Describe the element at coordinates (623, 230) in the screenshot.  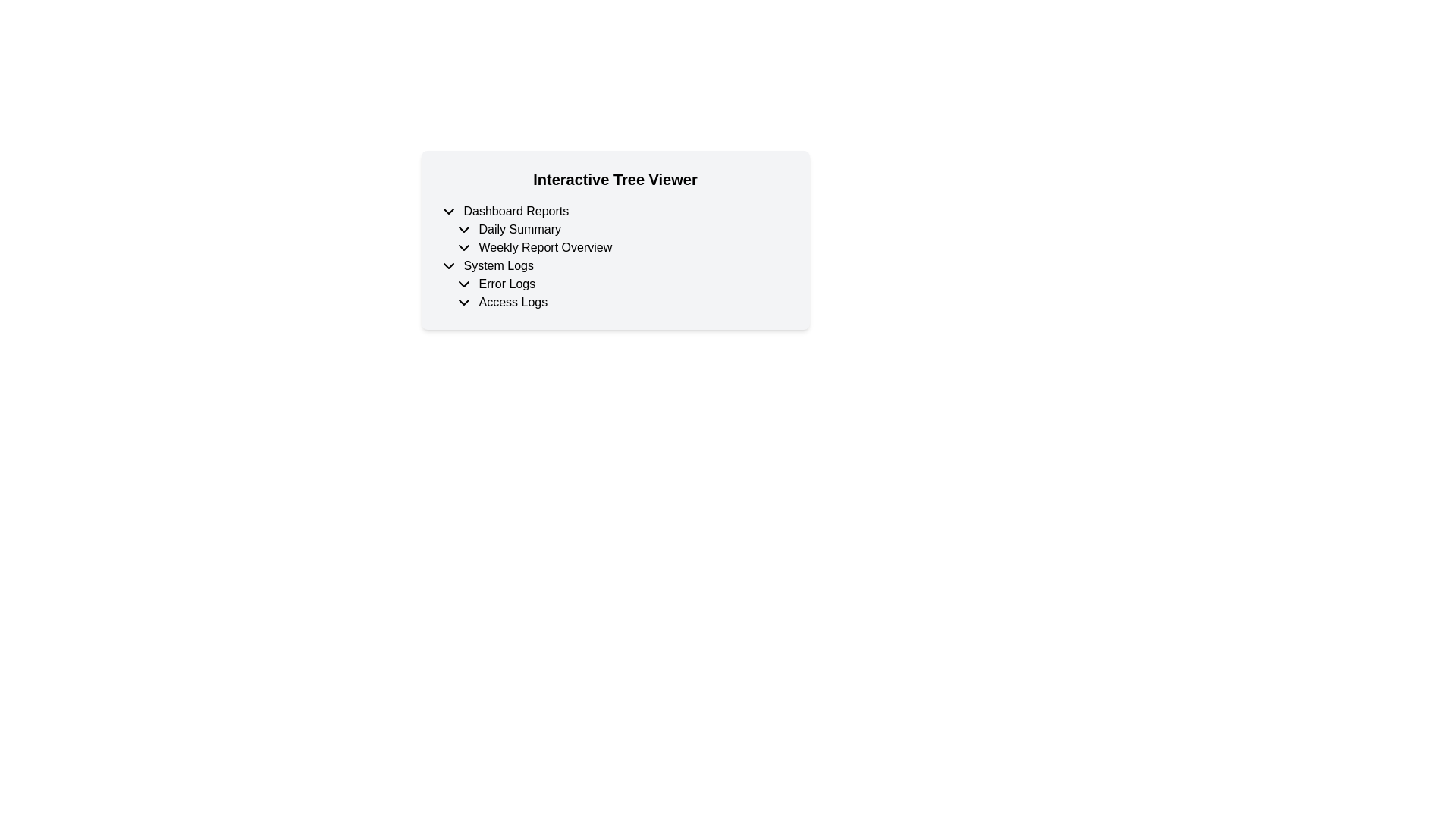
I see `the 'Daily Summary' collapsible menu item using keyboard navigation` at that location.